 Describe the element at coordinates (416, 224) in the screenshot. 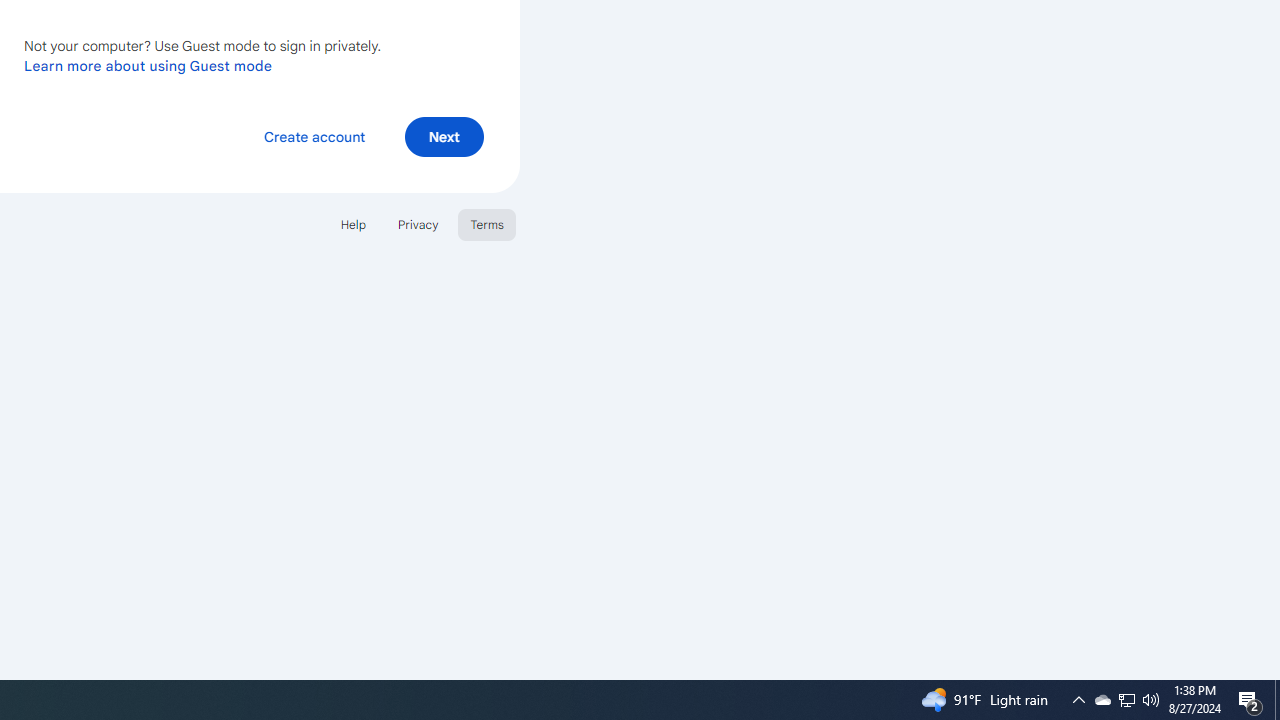

I see `'Privacy'` at that location.